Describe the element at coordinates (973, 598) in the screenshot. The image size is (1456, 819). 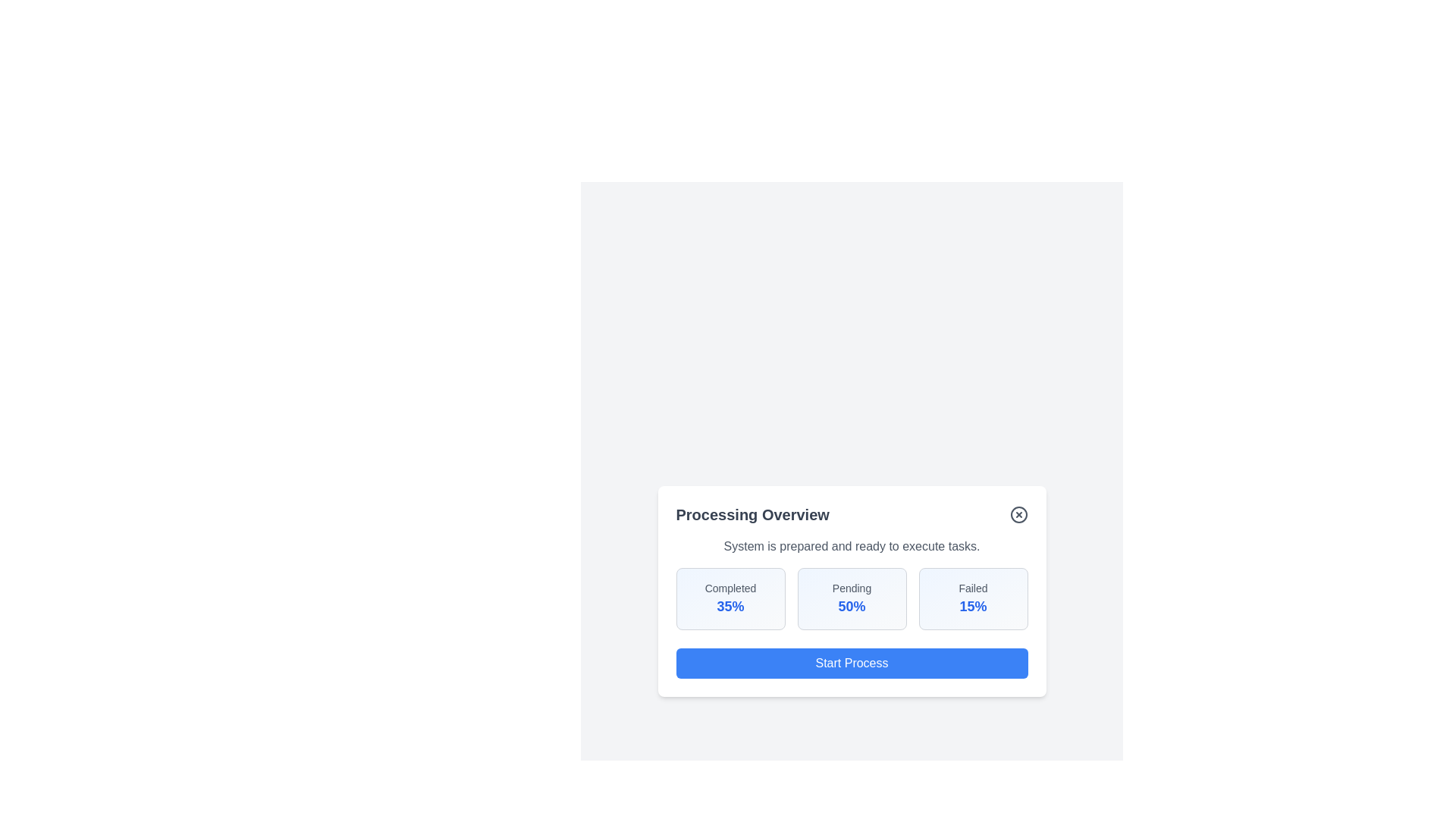
I see `the statistic box labeled 'Failed' to analyze its content` at that location.